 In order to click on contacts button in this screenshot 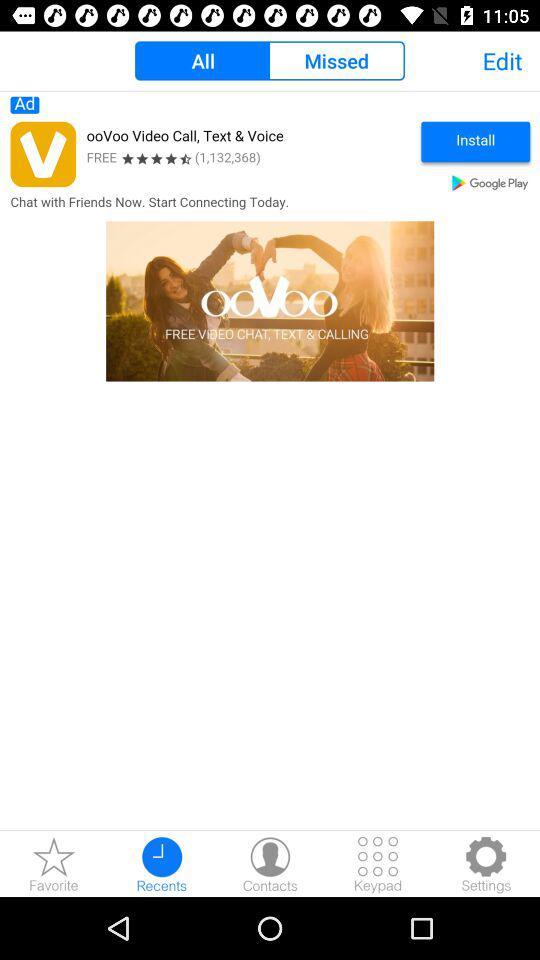, I will do `click(270, 863)`.